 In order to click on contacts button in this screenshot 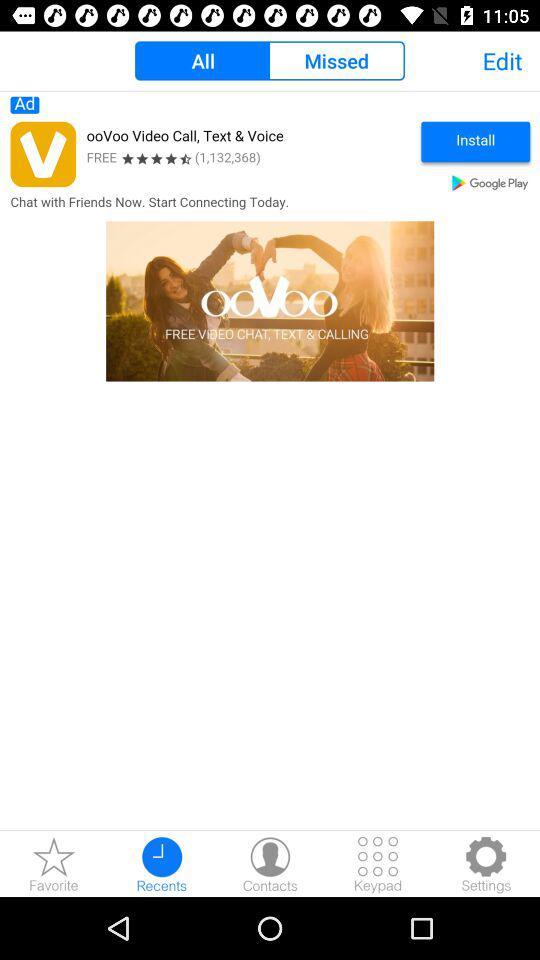, I will do `click(270, 863)`.